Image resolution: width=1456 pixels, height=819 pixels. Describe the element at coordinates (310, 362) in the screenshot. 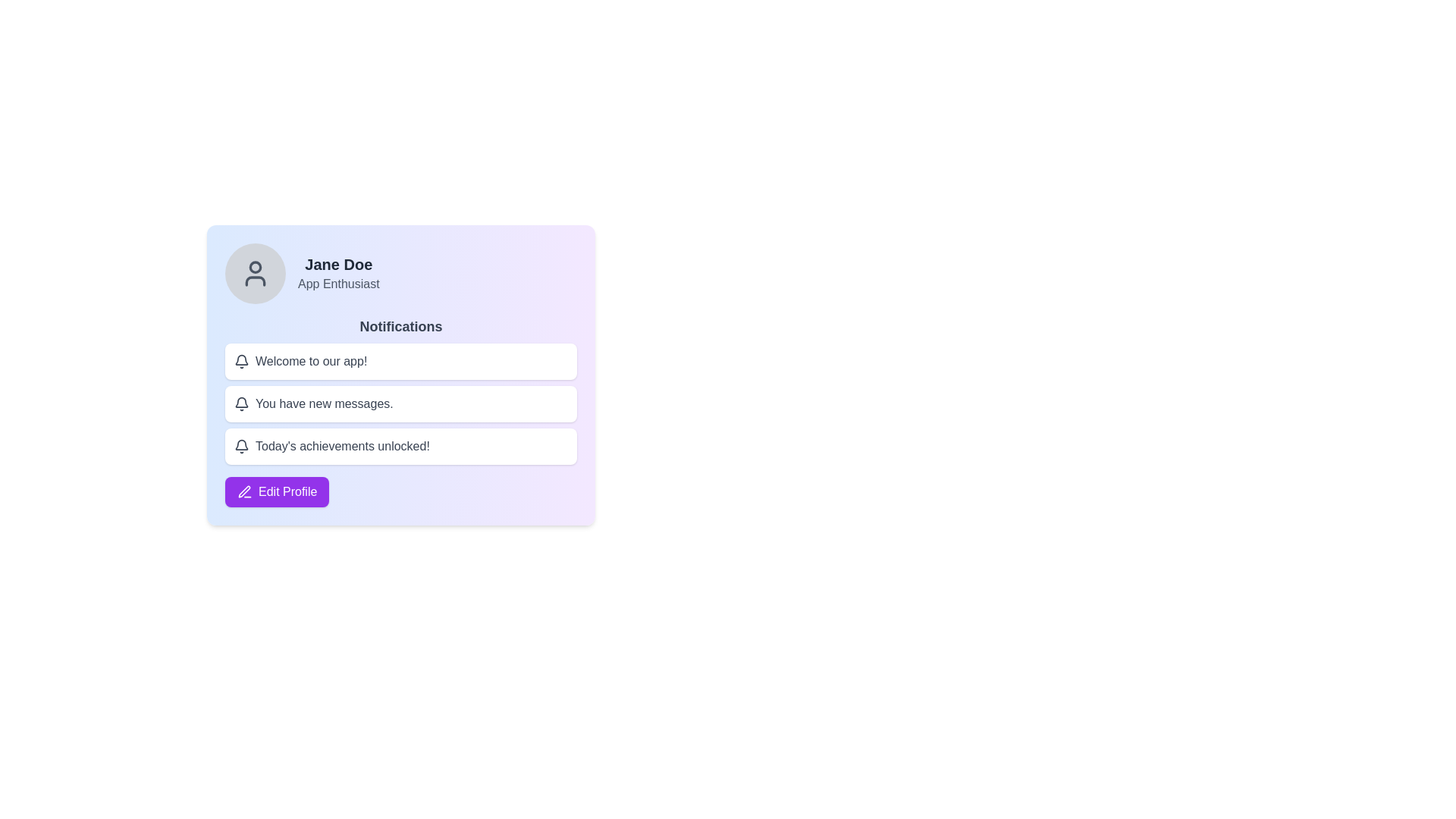

I see `the static text label that reads 'Welcome to our app!', which is the first notification box under the 'Notifications' header` at that location.